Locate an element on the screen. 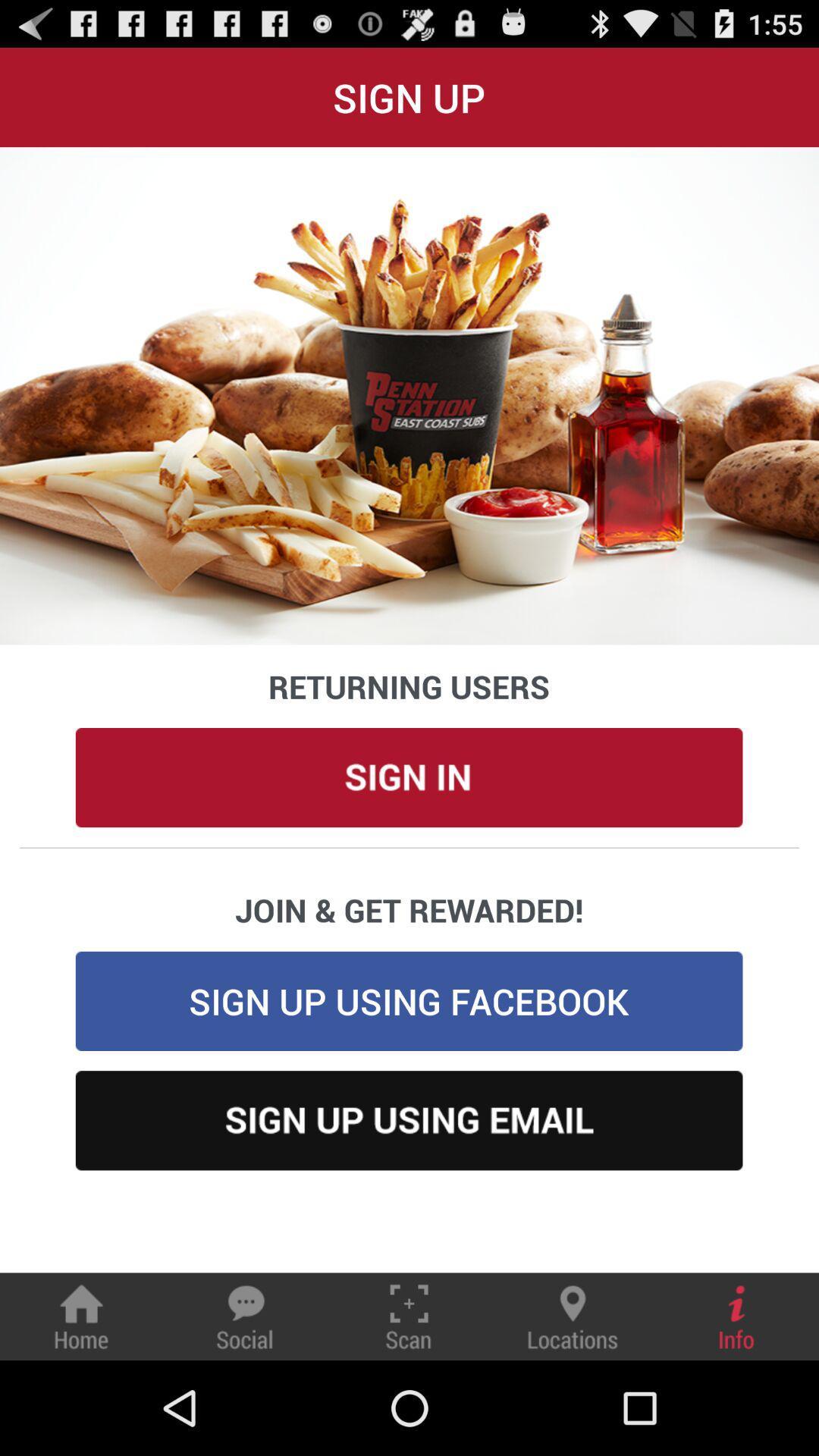 The height and width of the screenshot is (1456, 819). social right to home is located at coordinates (244, 1316).